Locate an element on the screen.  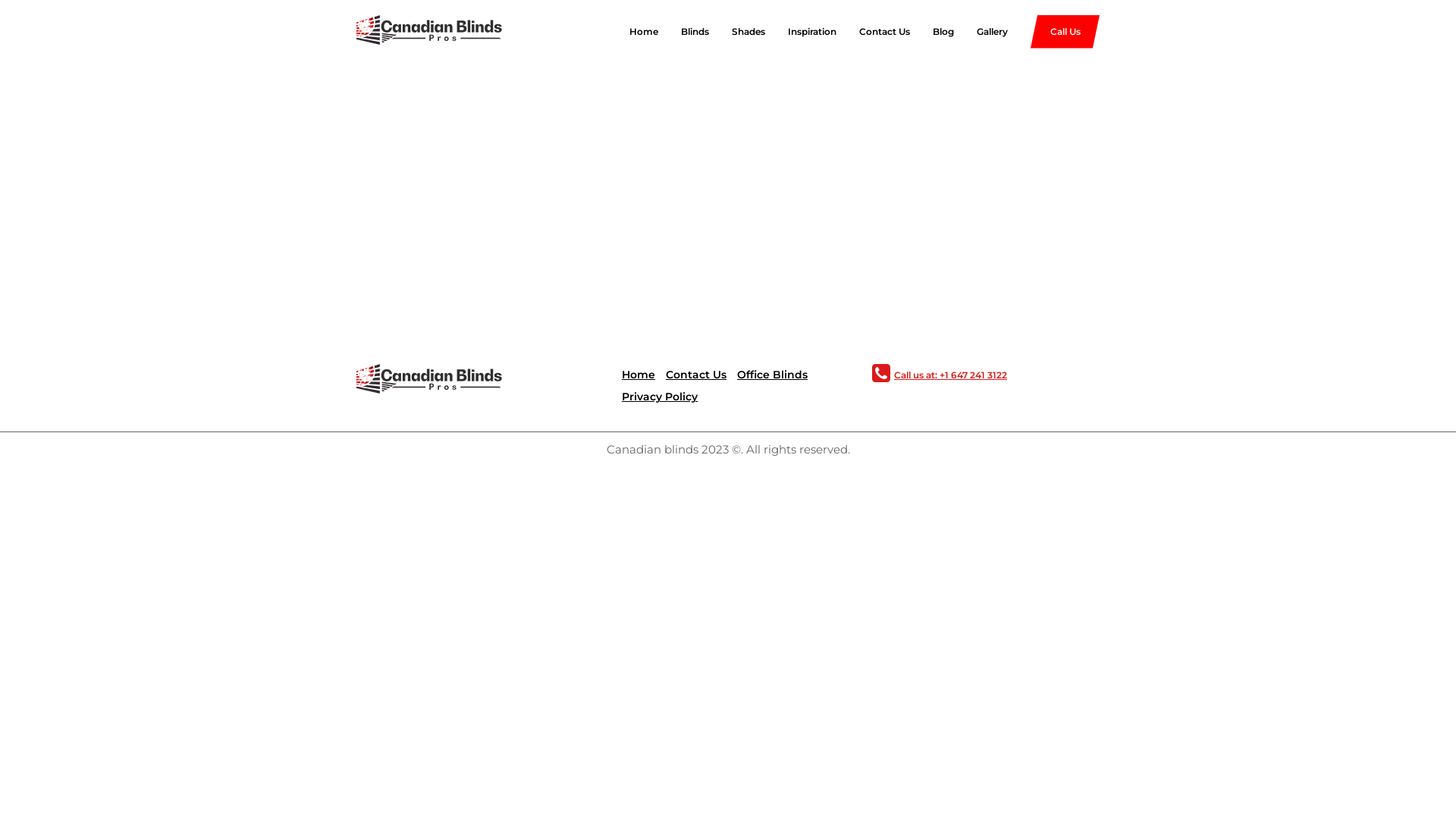
'Home' is located at coordinates (622, 374).